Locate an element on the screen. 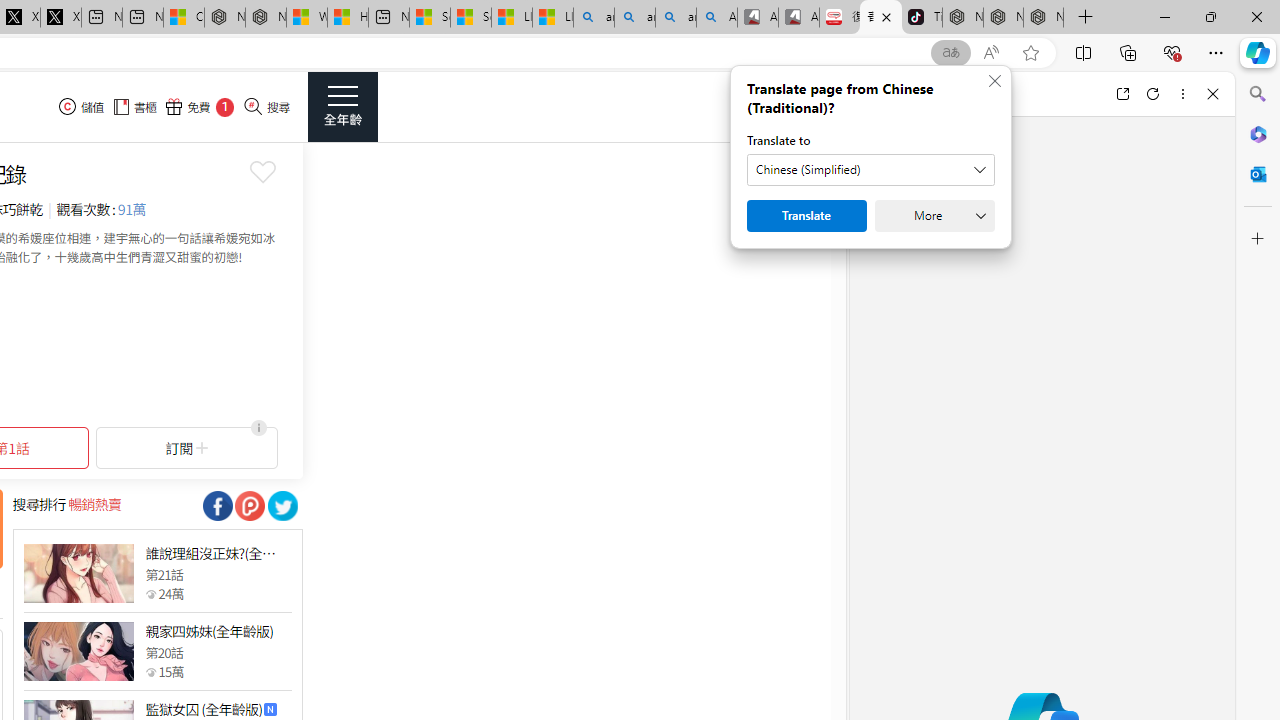  'Open link in new tab' is located at coordinates (1122, 93).